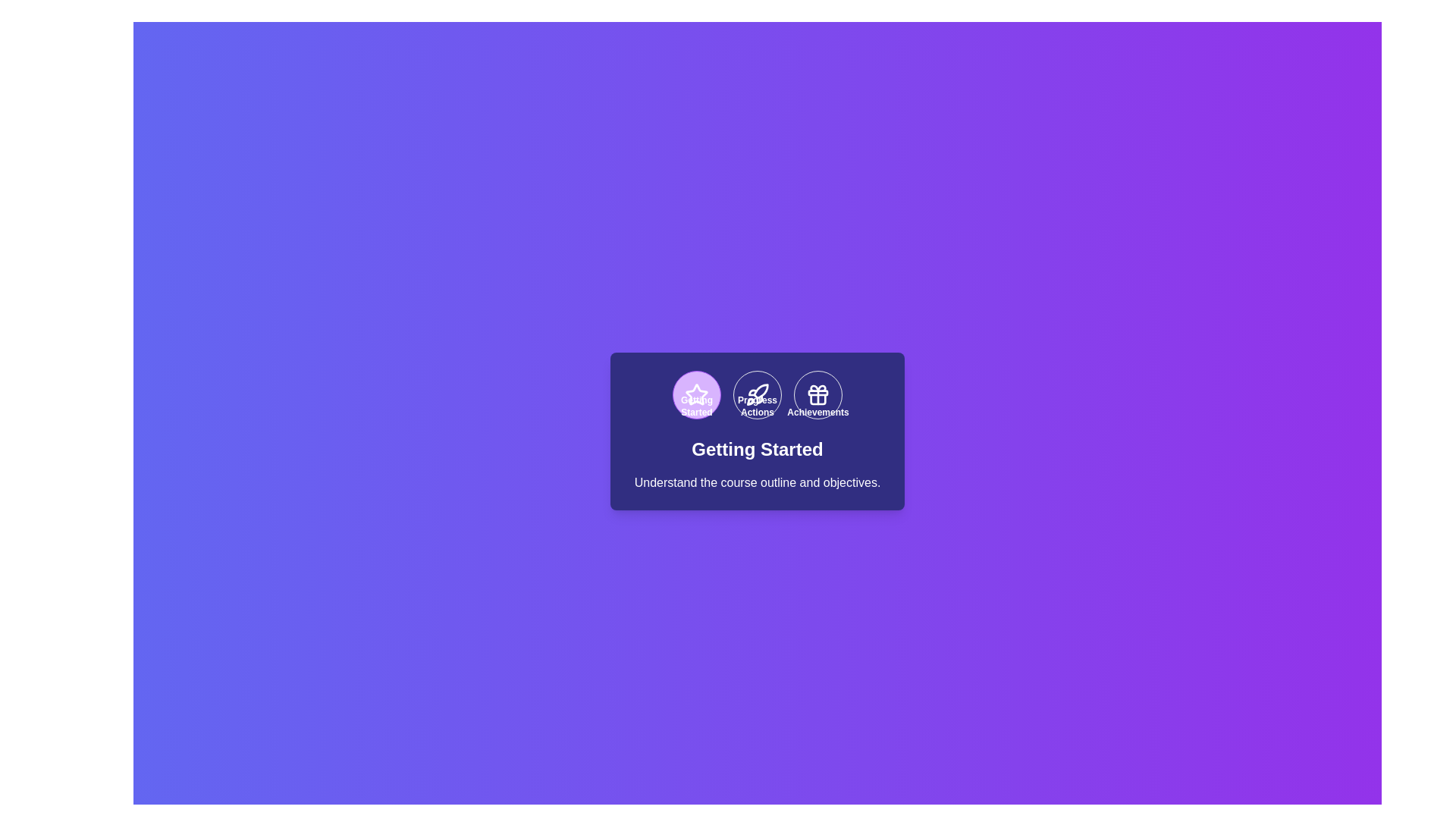  What do you see at coordinates (695, 394) in the screenshot?
I see `the step Getting Started in the stepper` at bounding box center [695, 394].